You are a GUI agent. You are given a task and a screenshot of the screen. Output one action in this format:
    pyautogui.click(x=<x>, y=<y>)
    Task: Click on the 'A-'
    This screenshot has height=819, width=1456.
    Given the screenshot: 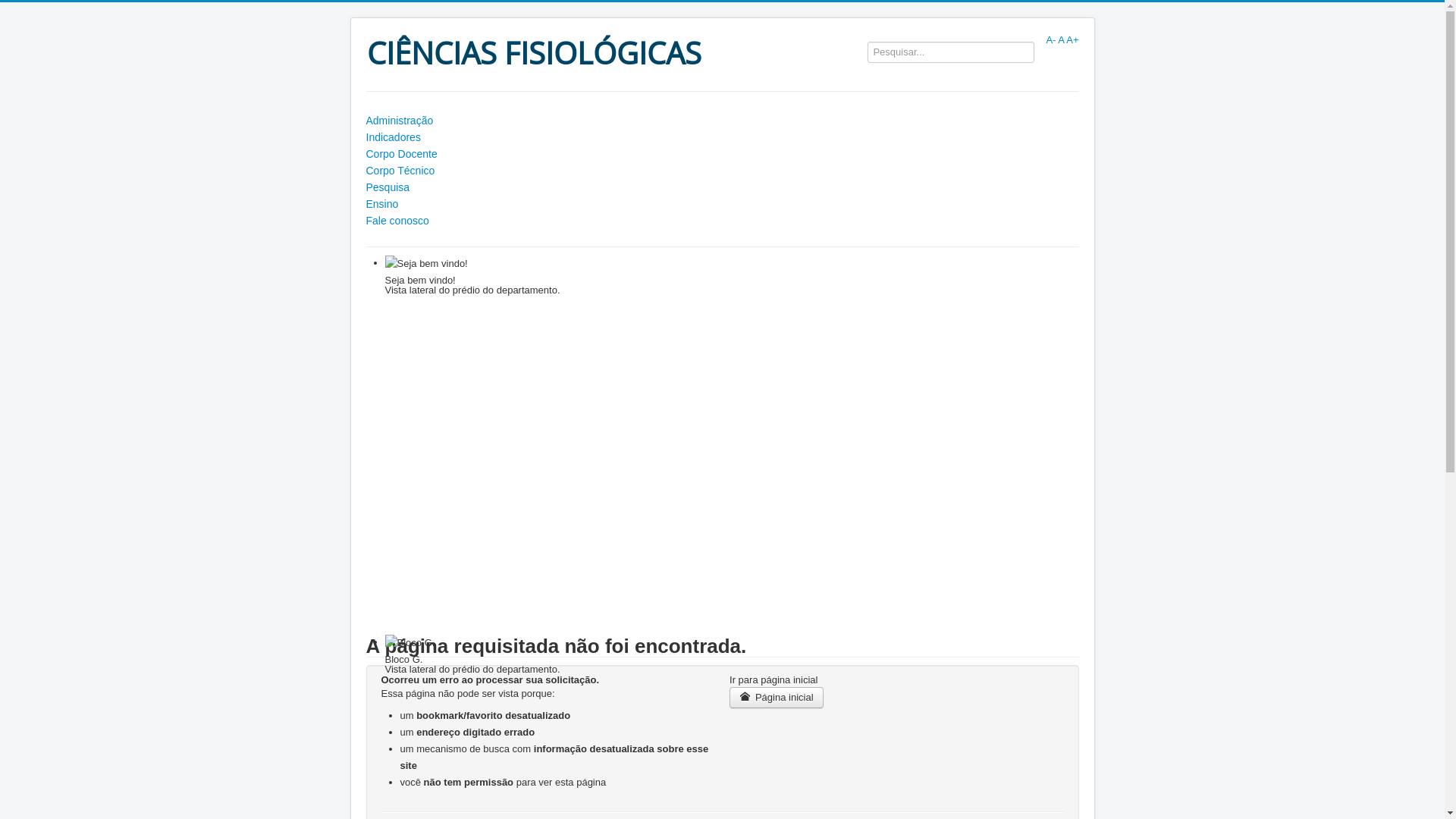 What is the action you would take?
    pyautogui.click(x=1050, y=39)
    